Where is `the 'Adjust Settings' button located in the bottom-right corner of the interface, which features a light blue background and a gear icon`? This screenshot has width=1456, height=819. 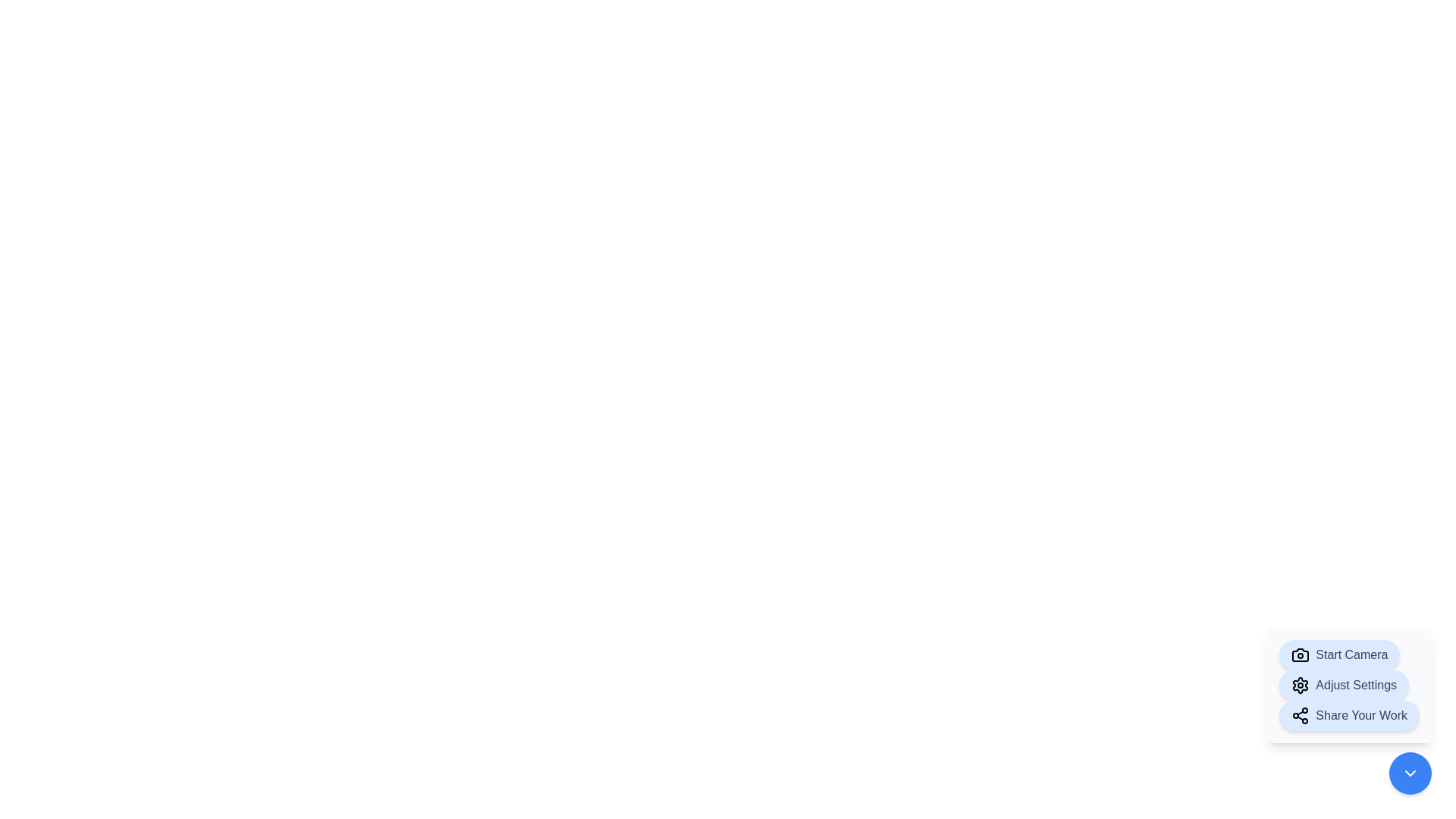
the 'Adjust Settings' button located in the bottom-right corner of the interface, which features a light blue background and a gear icon is located at coordinates (1349, 685).